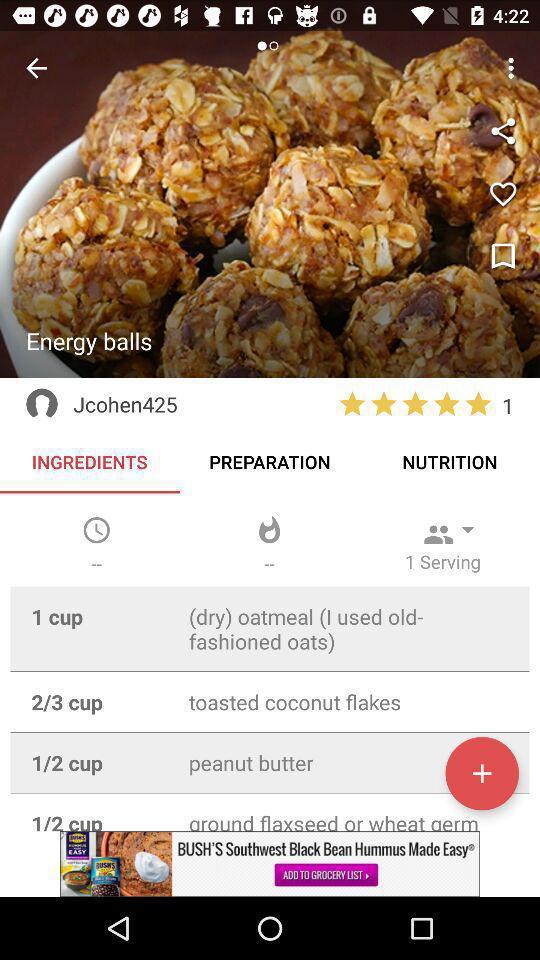 This screenshot has height=960, width=540. Describe the element at coordinates (270, 863) in the screenshot. I see `for addvertisement` at that location.